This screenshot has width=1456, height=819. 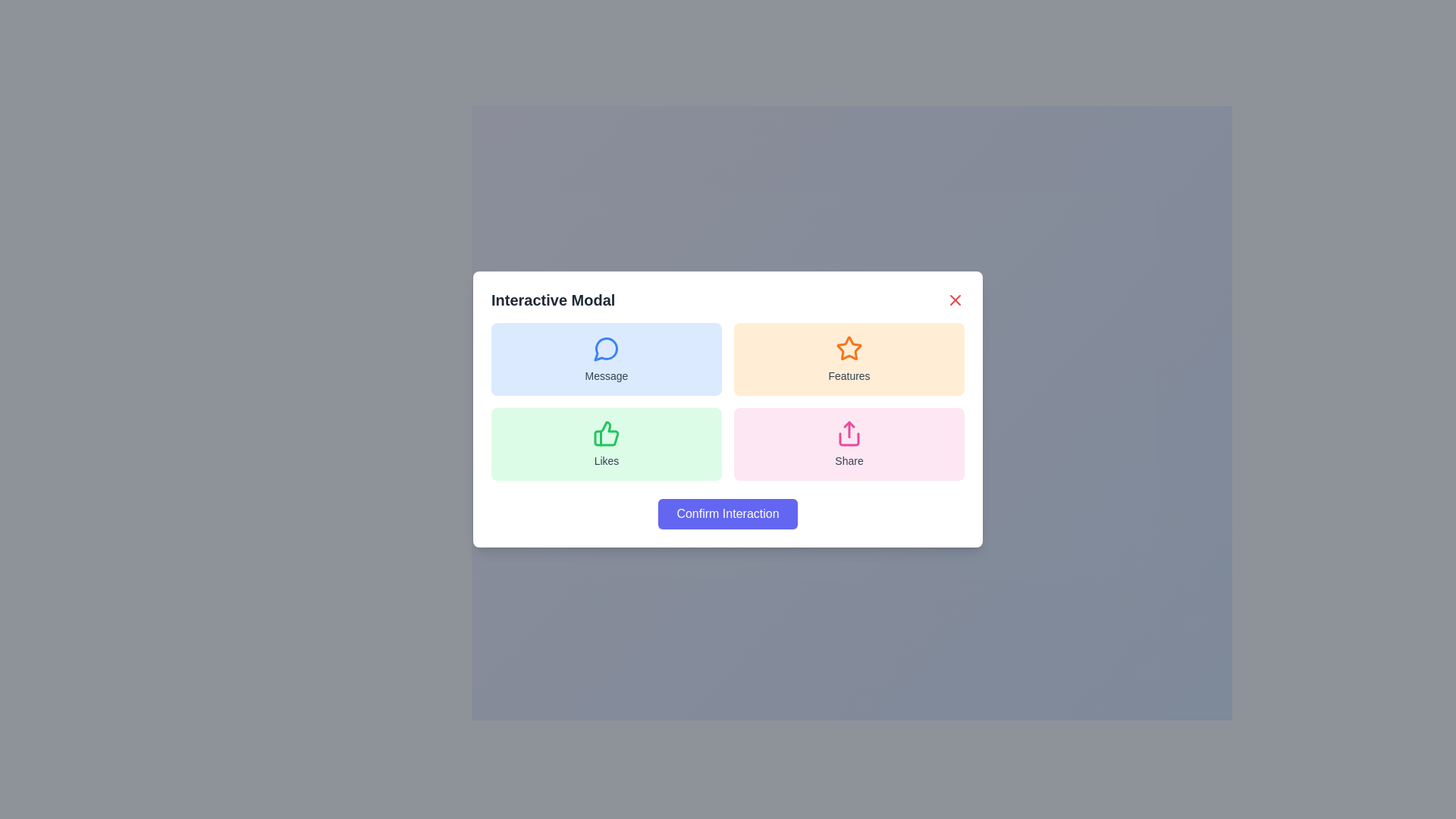 I want to click on the 'Likes' icon located at the center of the 'Likes' section in the interactive modal, positioned in the bottom-left corner of the modal layout, so click(x=607, y=433).